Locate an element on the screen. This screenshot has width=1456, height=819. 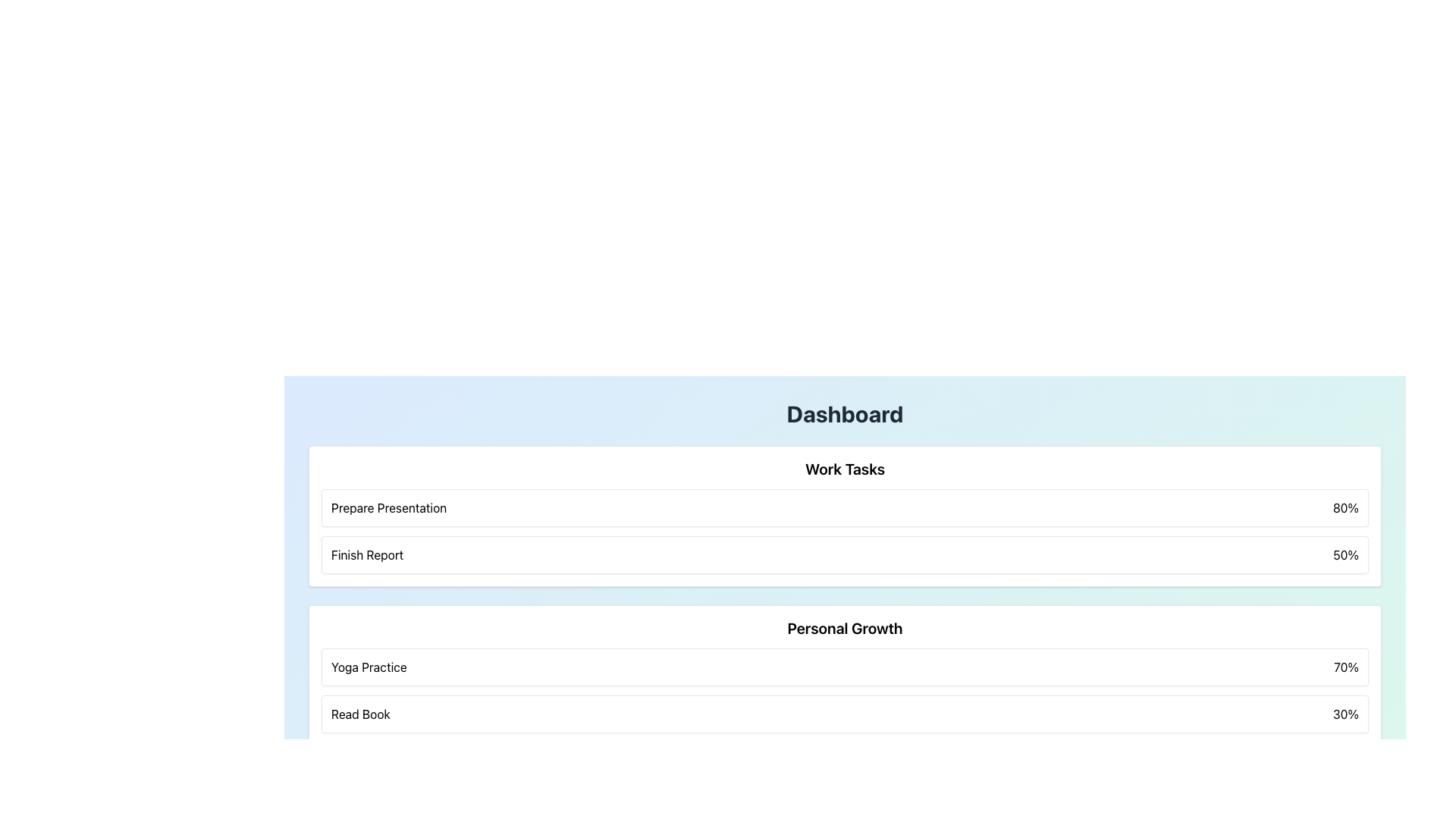
percentage value displayed as '70%' in the bold black font on the far right of the 'Yoga Practice' section is located at coordinates (1346, 666).